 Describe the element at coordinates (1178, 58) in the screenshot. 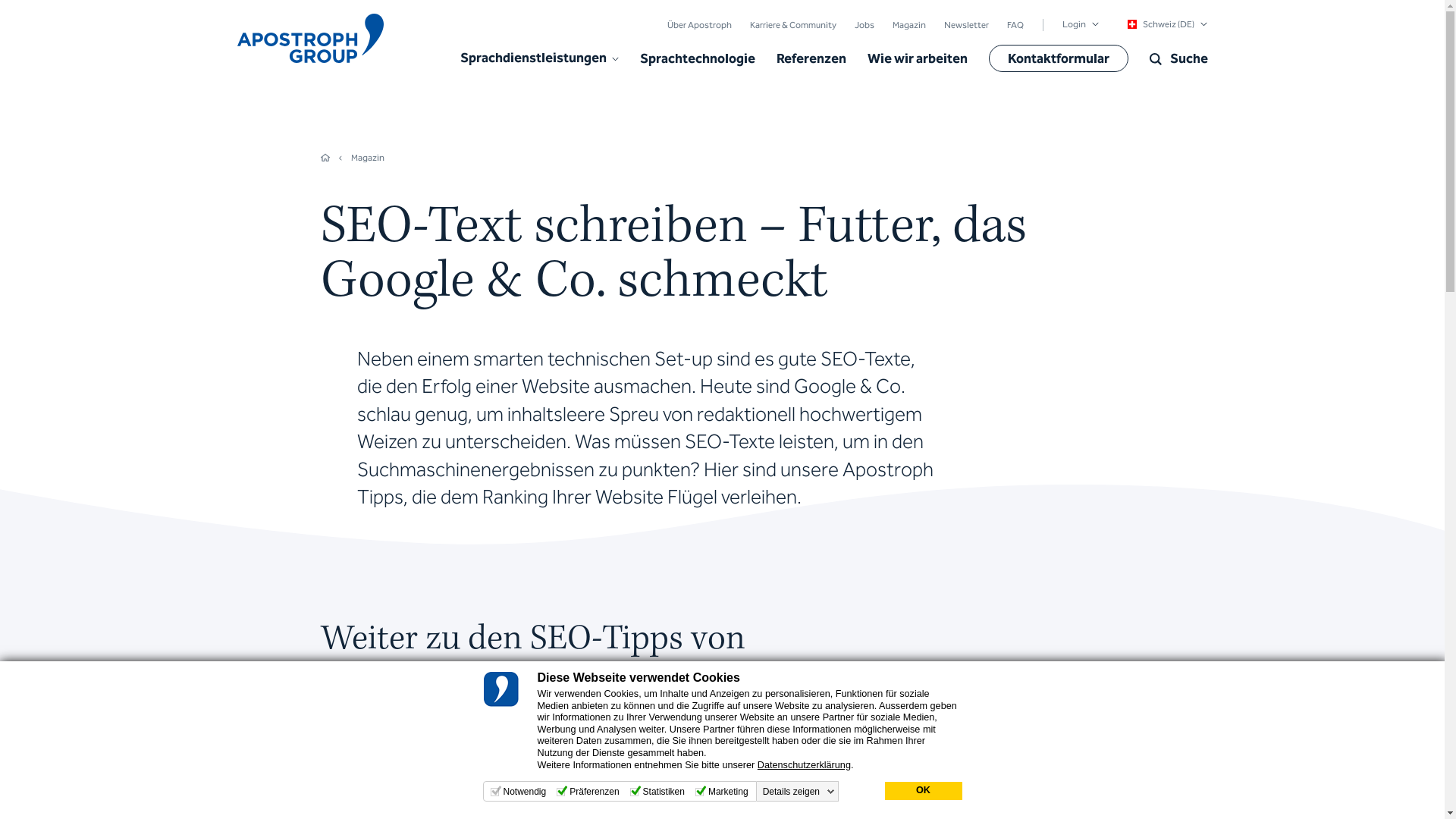

I see `'Suche'` at that location.